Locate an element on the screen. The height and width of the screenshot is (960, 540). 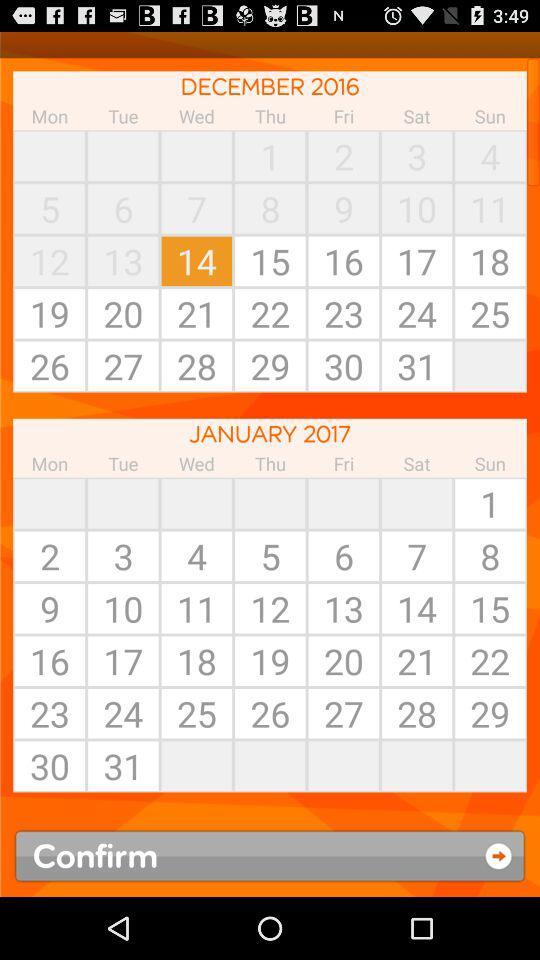
confirm item is located at coordinates (270, 855).